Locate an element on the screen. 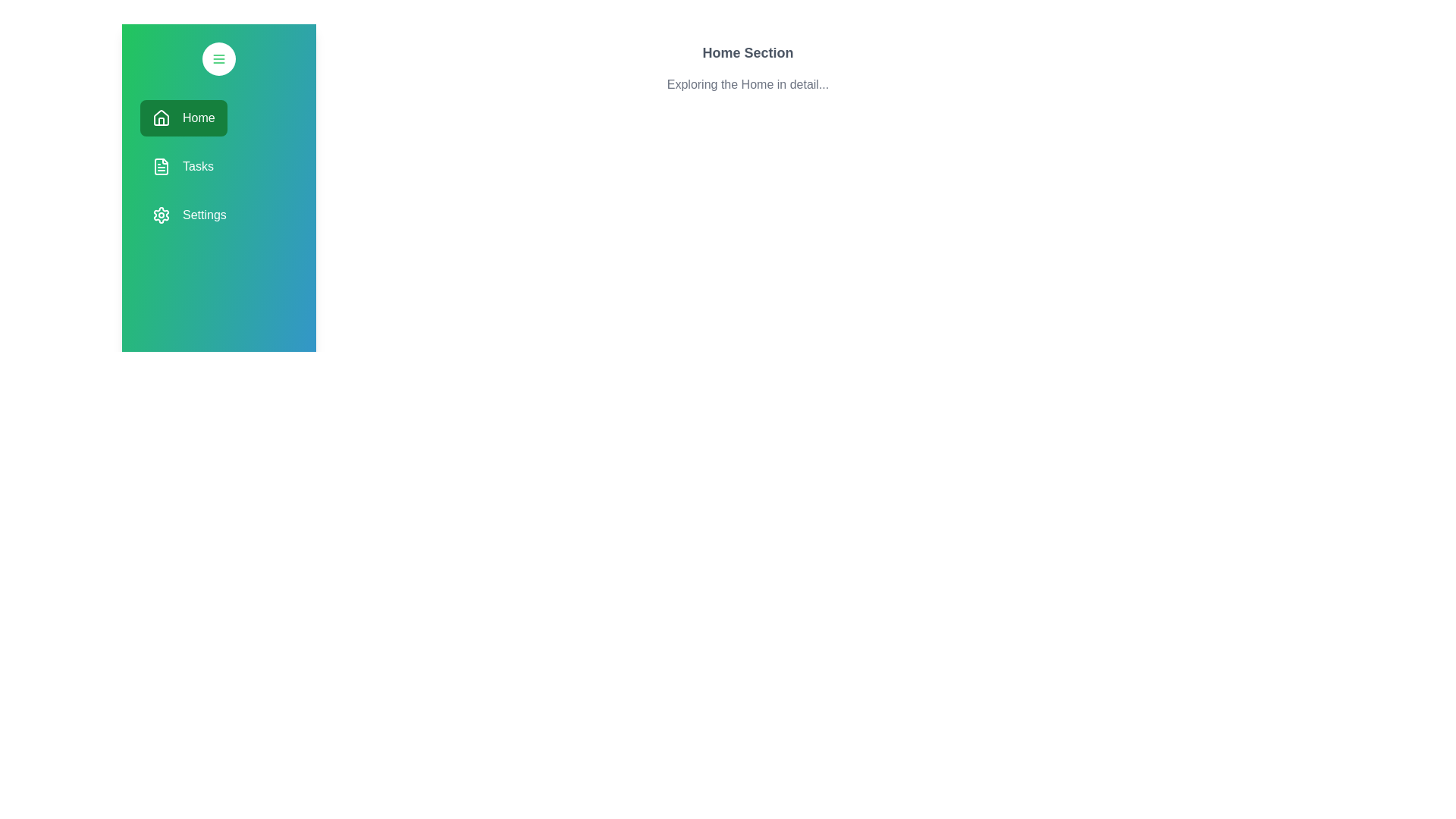  the 'Tasks' text label, which is styled with white text on a green background and is the second item in the vertical navigation menu is located at coordinates (197, 166).